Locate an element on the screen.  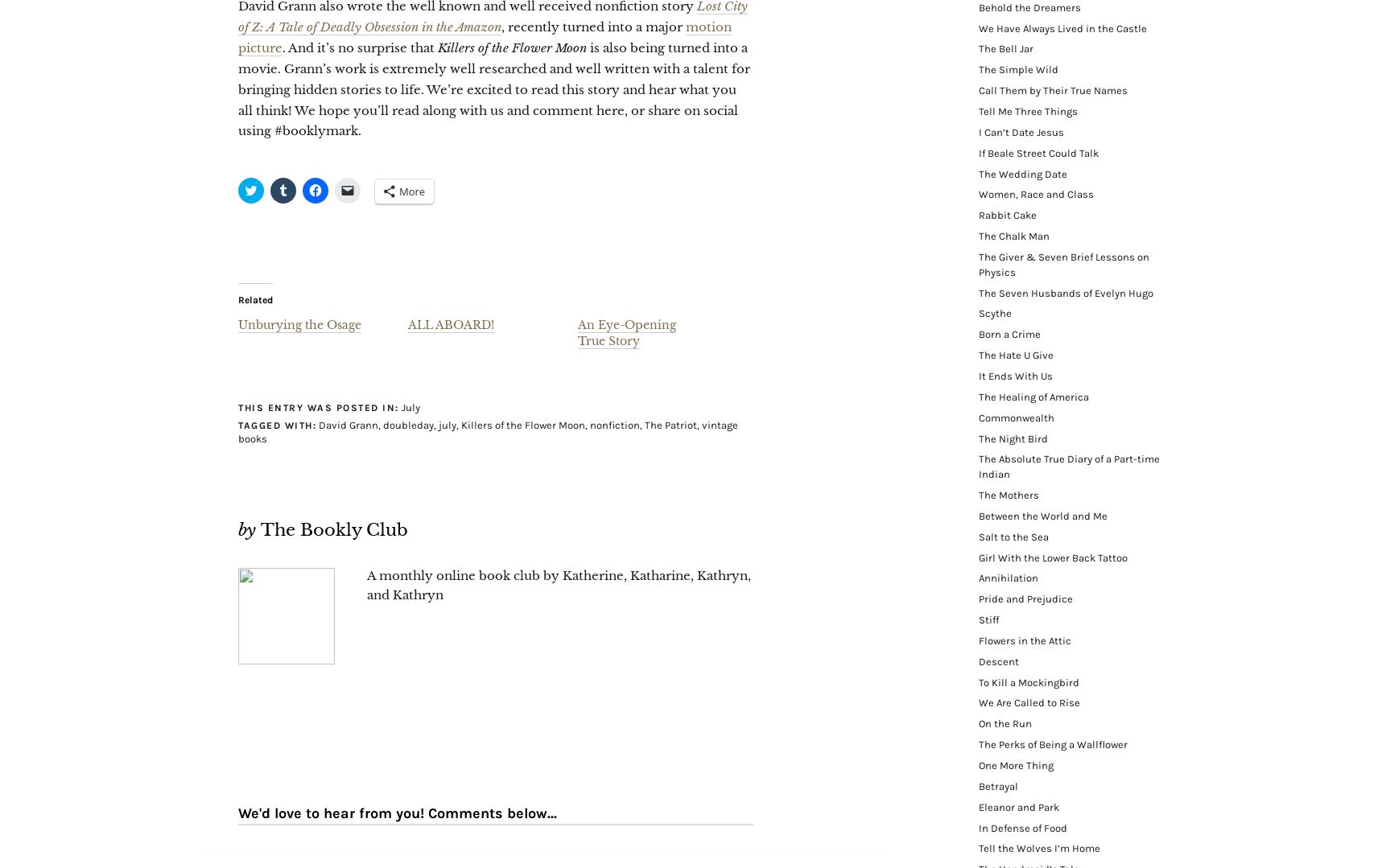
'Tagged with:' is located at coordinates (238, 424).